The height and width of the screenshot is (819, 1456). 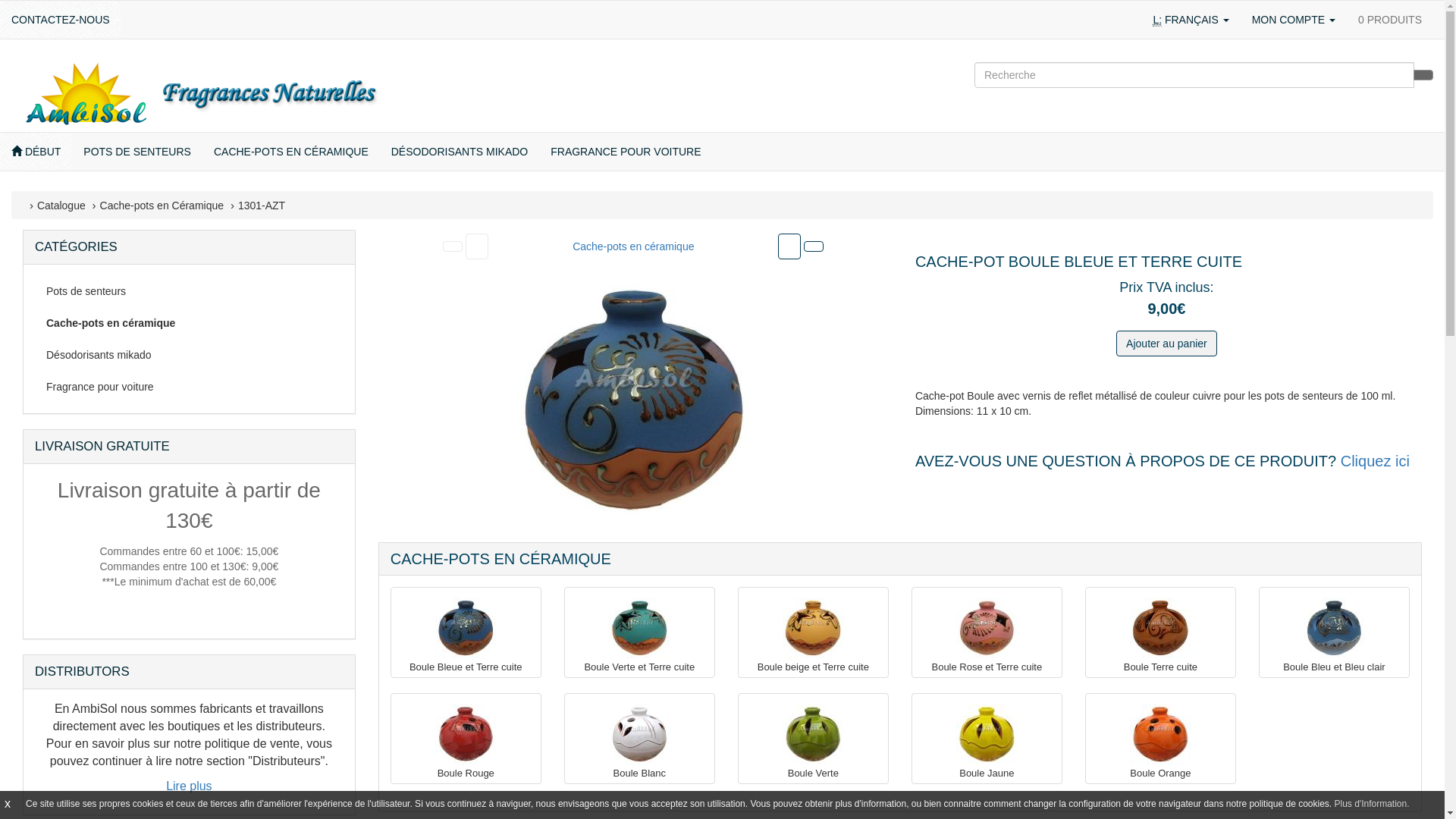 I want to click on 'Pots de senteurs', so click(x=188, y=291).